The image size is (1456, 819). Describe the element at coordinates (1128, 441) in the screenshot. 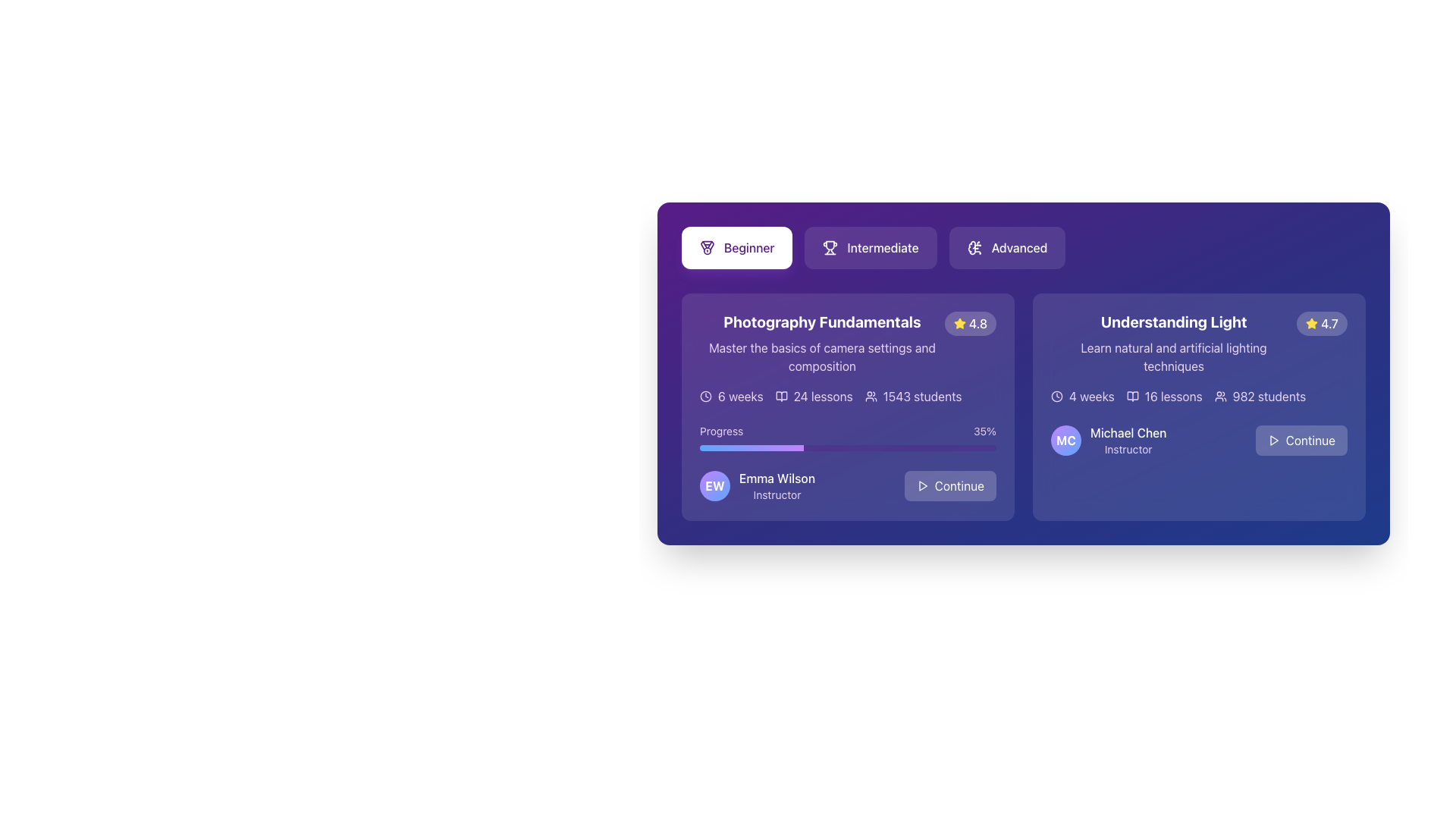

I see `the text label displaying 'Michael Chen' and 'Instructor' on a purple background, which is located within the 'Understanding Light' course card, to the right of the 'MC' avatar and above the 'Continue' button` at that location.